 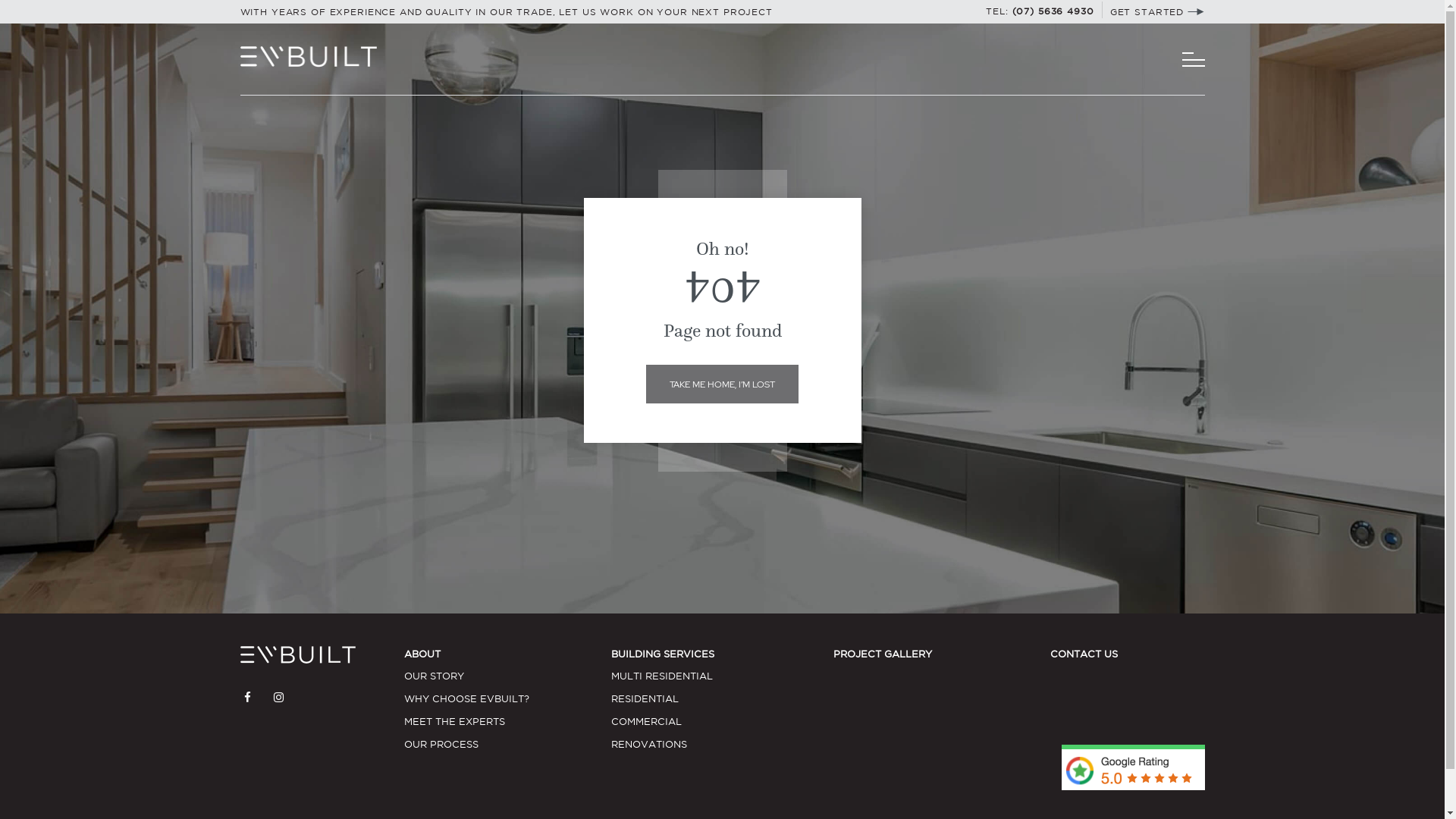 I want to click on 'ui-top-navigation-logo@2x', so click(x=307, y=55).